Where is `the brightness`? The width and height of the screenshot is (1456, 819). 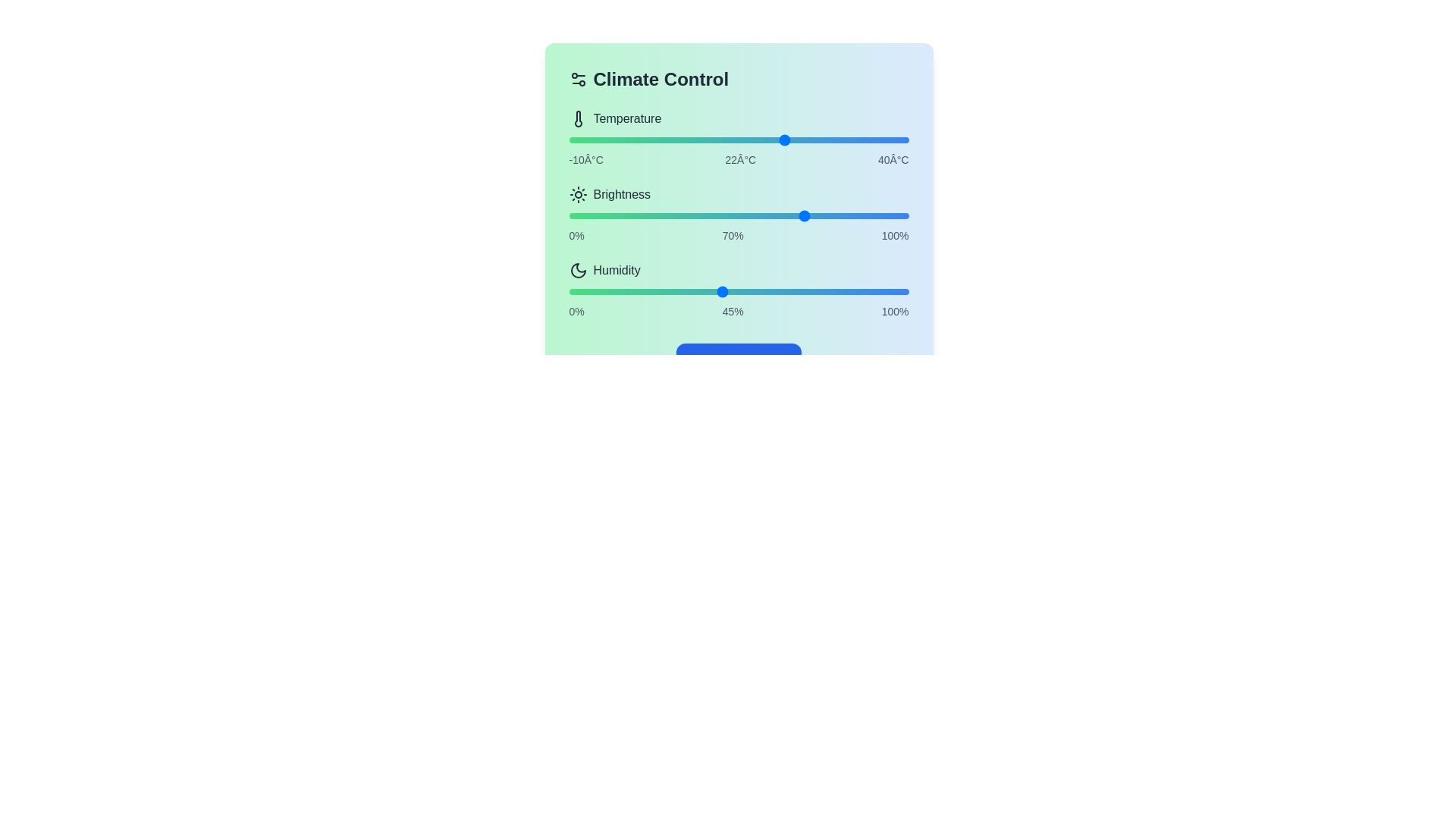
the brightness is located at coordinates (664, 216).